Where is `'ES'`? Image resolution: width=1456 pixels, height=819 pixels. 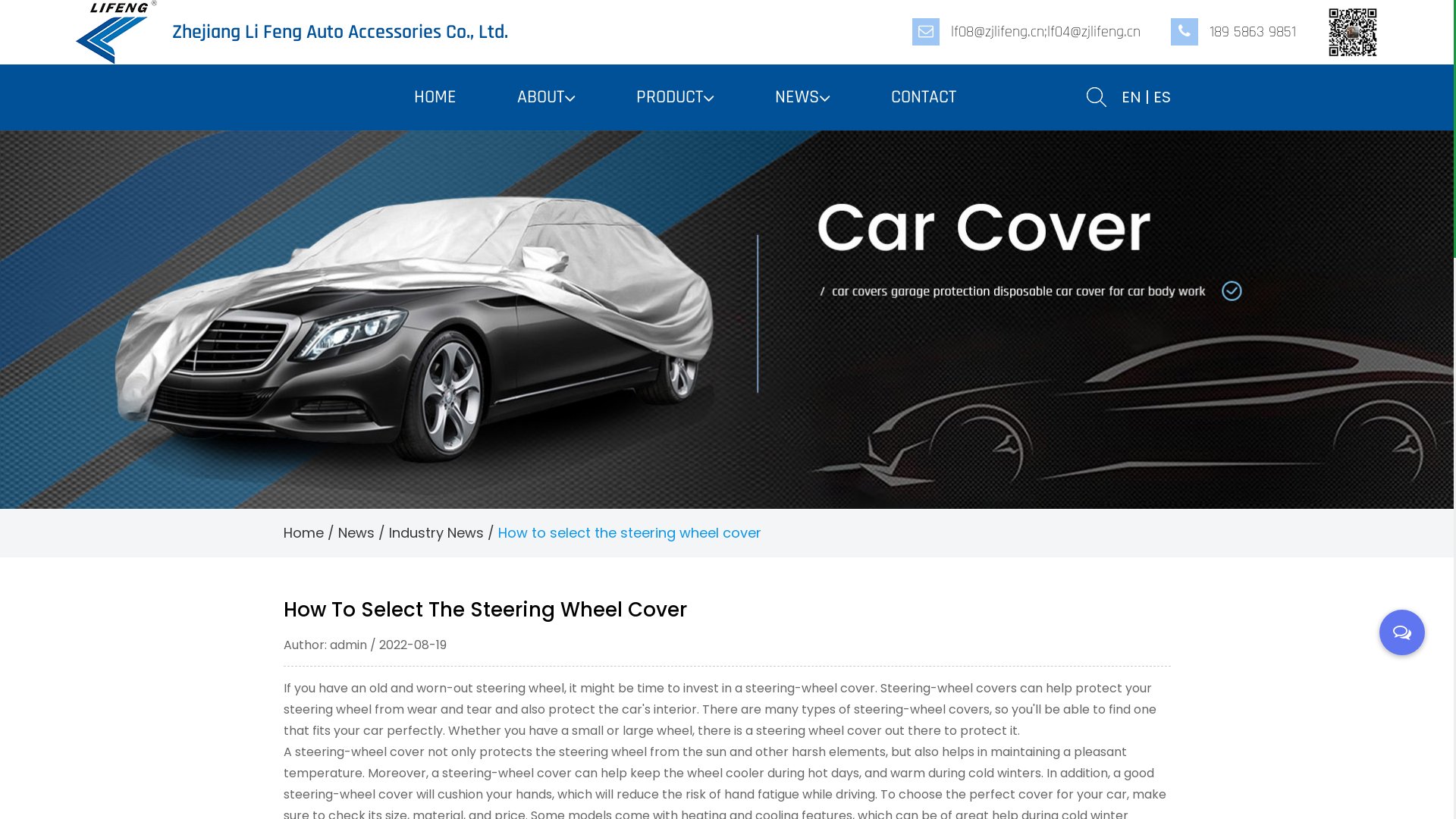 'ES' is located at coordinates (1160, 96).